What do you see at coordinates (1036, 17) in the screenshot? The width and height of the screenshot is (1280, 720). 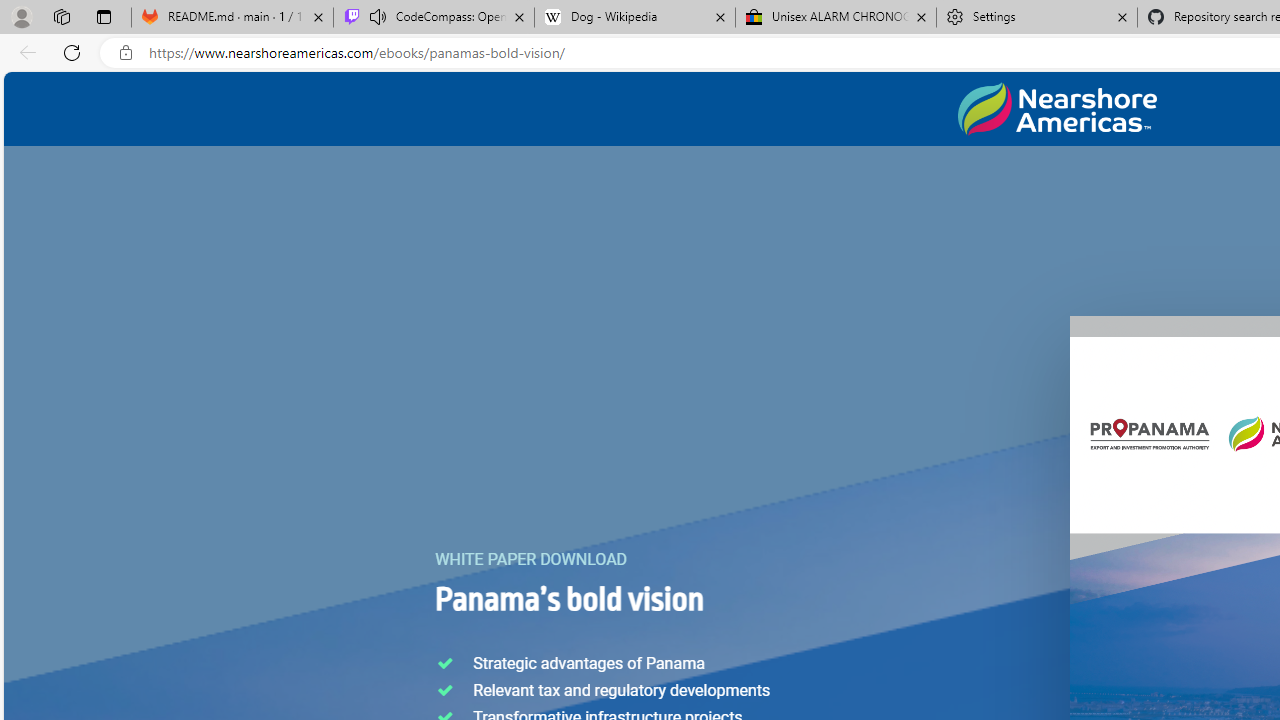 I see `'Settings'` at bounding box center [1036, 17].